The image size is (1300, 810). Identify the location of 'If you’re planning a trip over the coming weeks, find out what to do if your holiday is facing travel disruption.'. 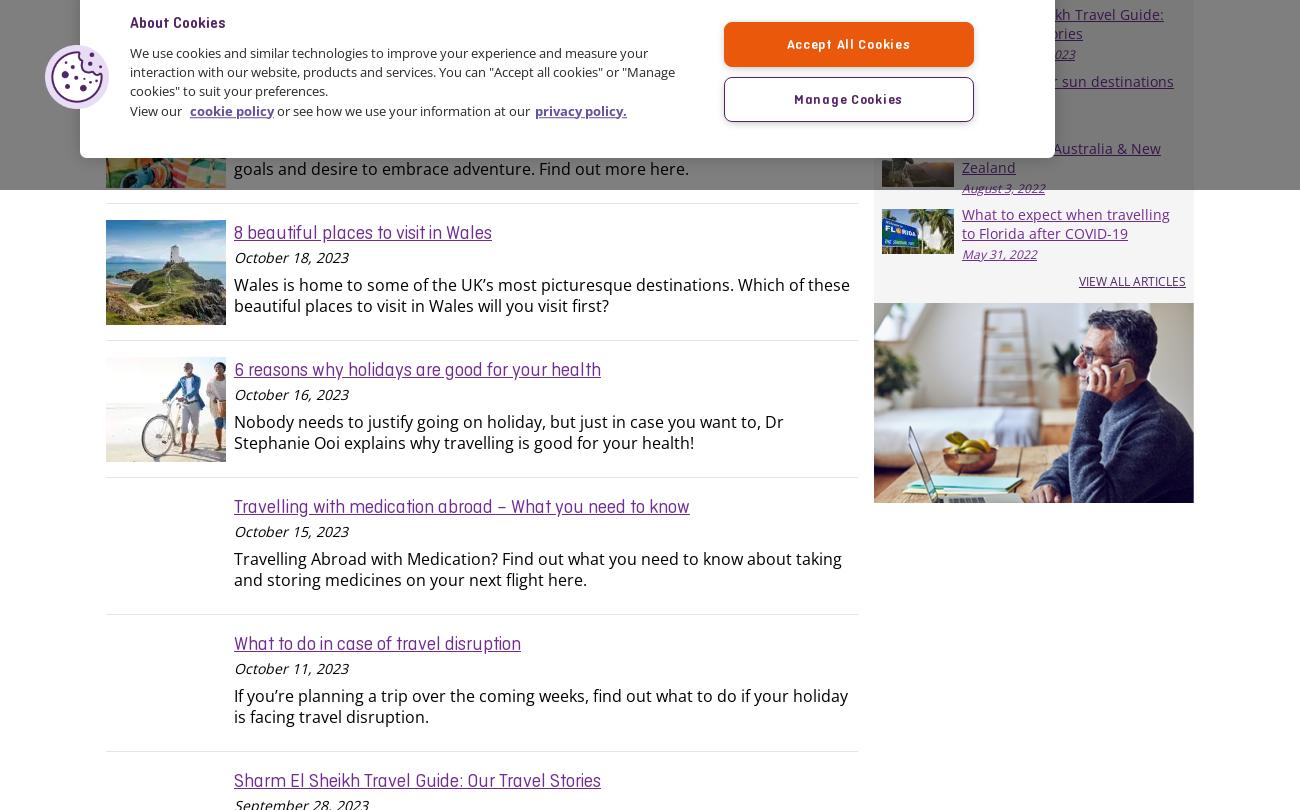
(233, 704).